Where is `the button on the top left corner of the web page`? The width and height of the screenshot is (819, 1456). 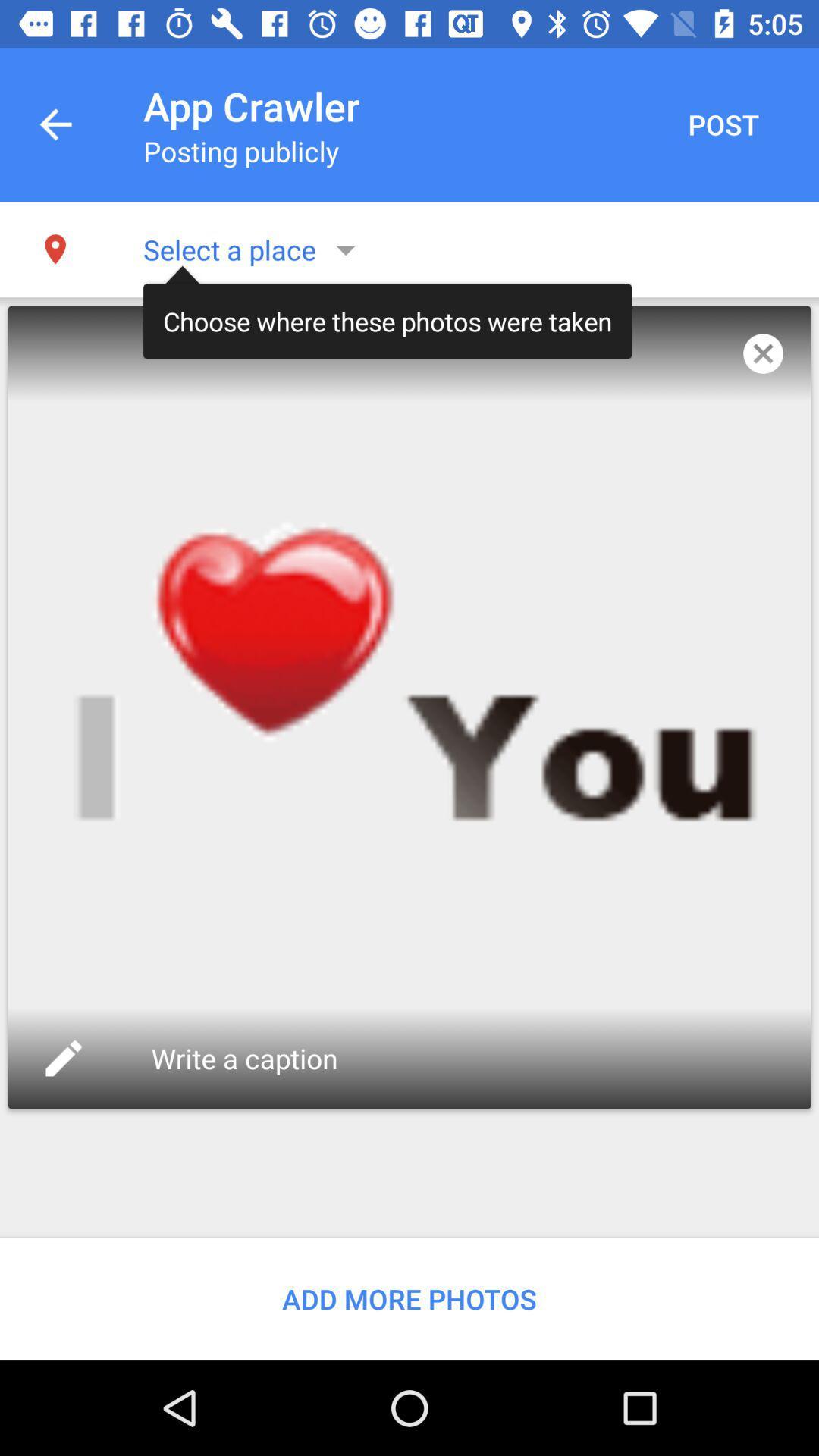 the button on the top left corner of the web page is located at coordinates (55, 124).